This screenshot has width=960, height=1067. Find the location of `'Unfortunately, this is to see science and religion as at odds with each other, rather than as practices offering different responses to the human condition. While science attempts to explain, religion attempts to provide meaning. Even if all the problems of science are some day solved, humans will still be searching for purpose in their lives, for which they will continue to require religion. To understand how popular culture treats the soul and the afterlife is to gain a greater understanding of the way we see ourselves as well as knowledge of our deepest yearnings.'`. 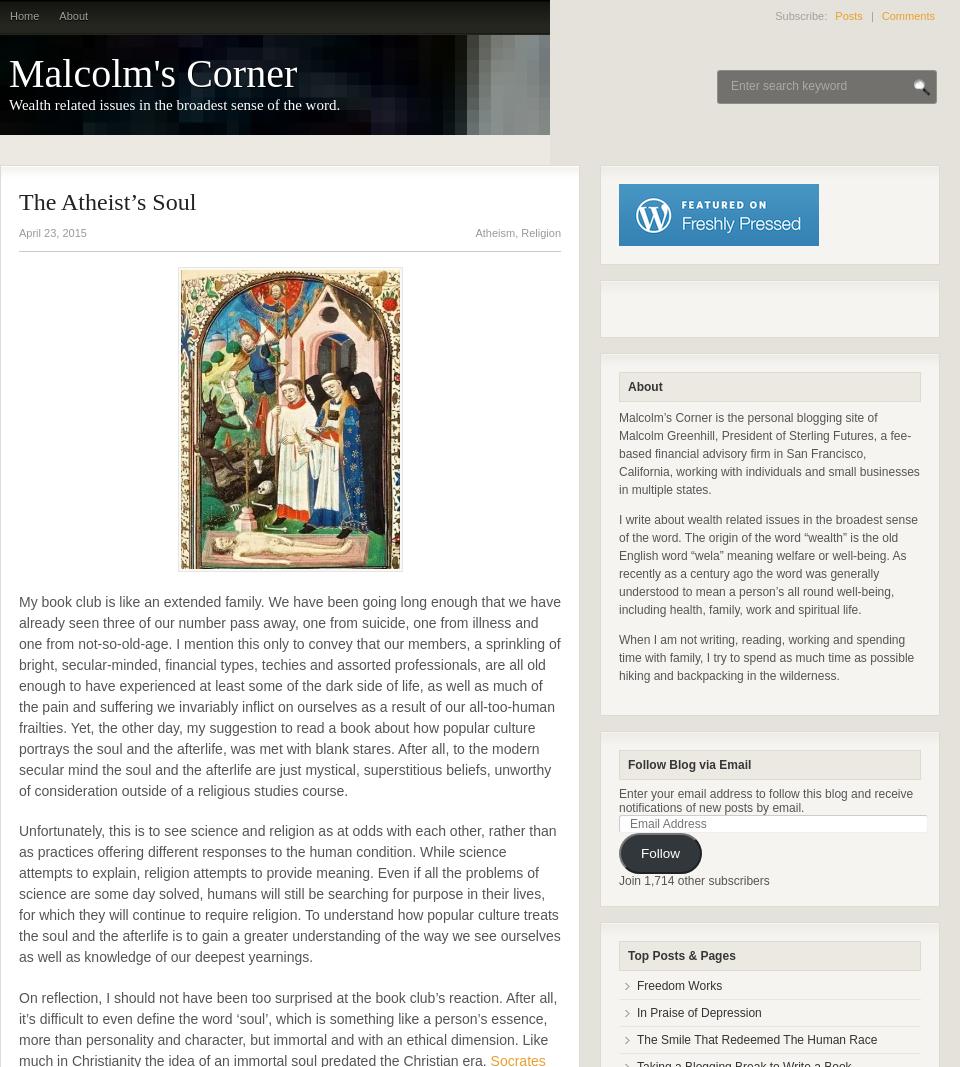

'Unfortunately, this is to see science and religion as at odds with each other, rather than as practices offering different responses to the human condition. While science attempts to explain, religion attempts to provide meaning. Even if all the problems of science are some day solved, humans will still be searching for purpose in their lives, for which they will continue to require religion. To understand how popular culture treats the soul and the afterlife is to gain a greater understanding of the way we see ourselves as well as knowledge of our deepest yearnings.' is located at coordinates (288, 894).